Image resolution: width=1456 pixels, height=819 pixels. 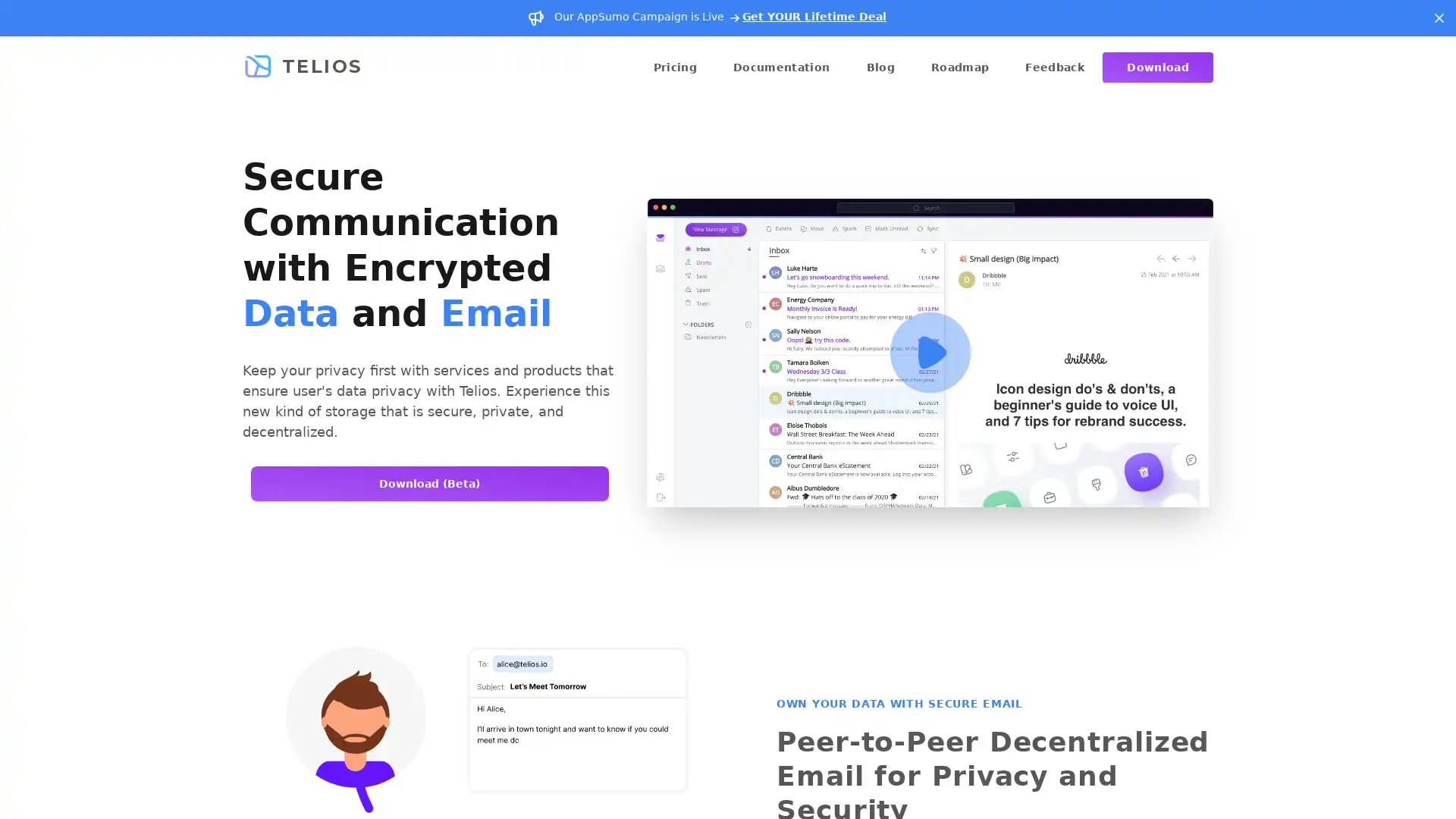 What do you see at coordinates (1438, 17) in the screenshot?
I see `Dismiss` at bounding box center [1438, 17].